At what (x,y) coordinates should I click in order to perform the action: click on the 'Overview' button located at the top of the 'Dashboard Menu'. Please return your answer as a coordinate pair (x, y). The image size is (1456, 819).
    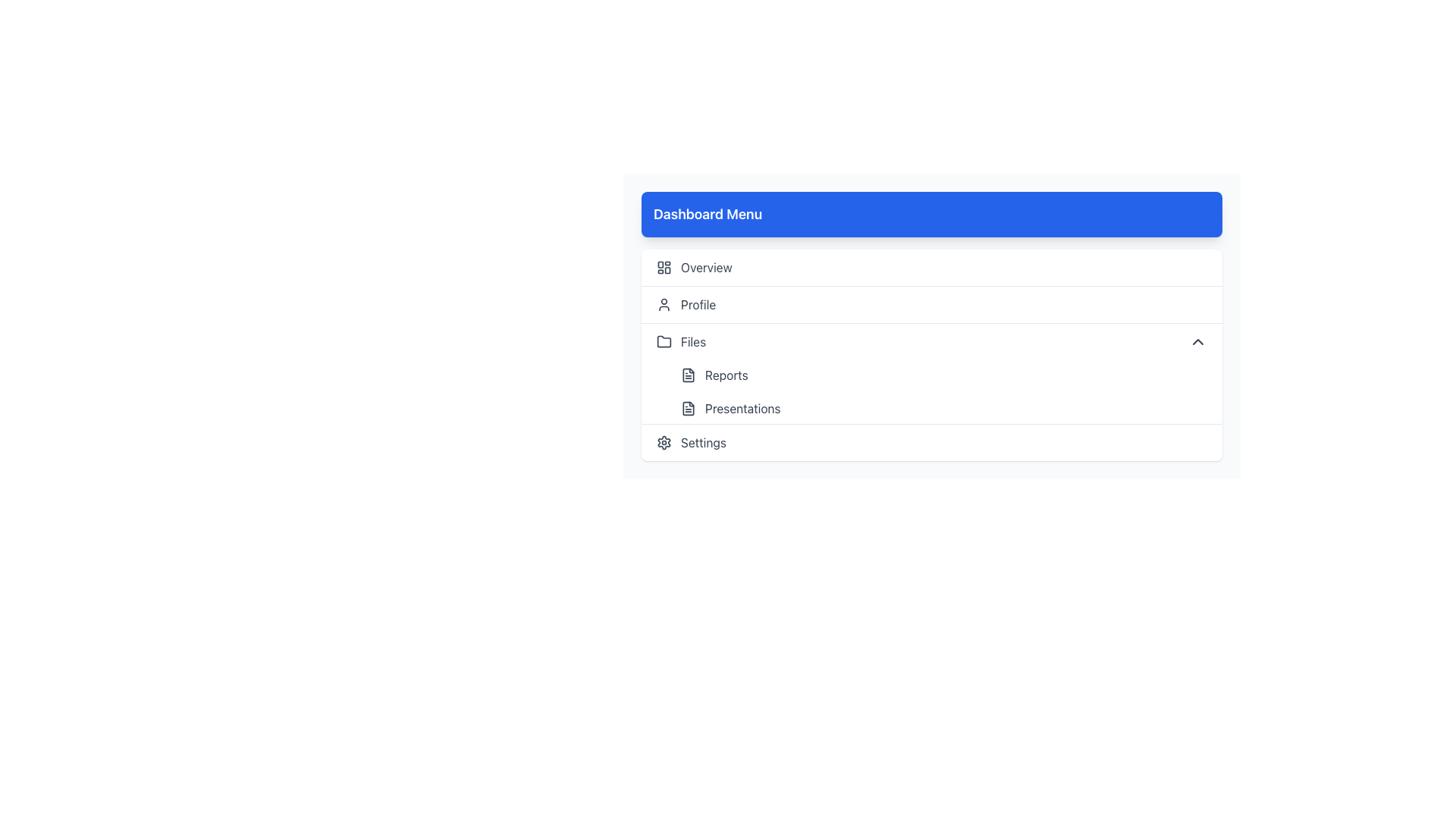
    Looking at the image, I should click on (930, 267).